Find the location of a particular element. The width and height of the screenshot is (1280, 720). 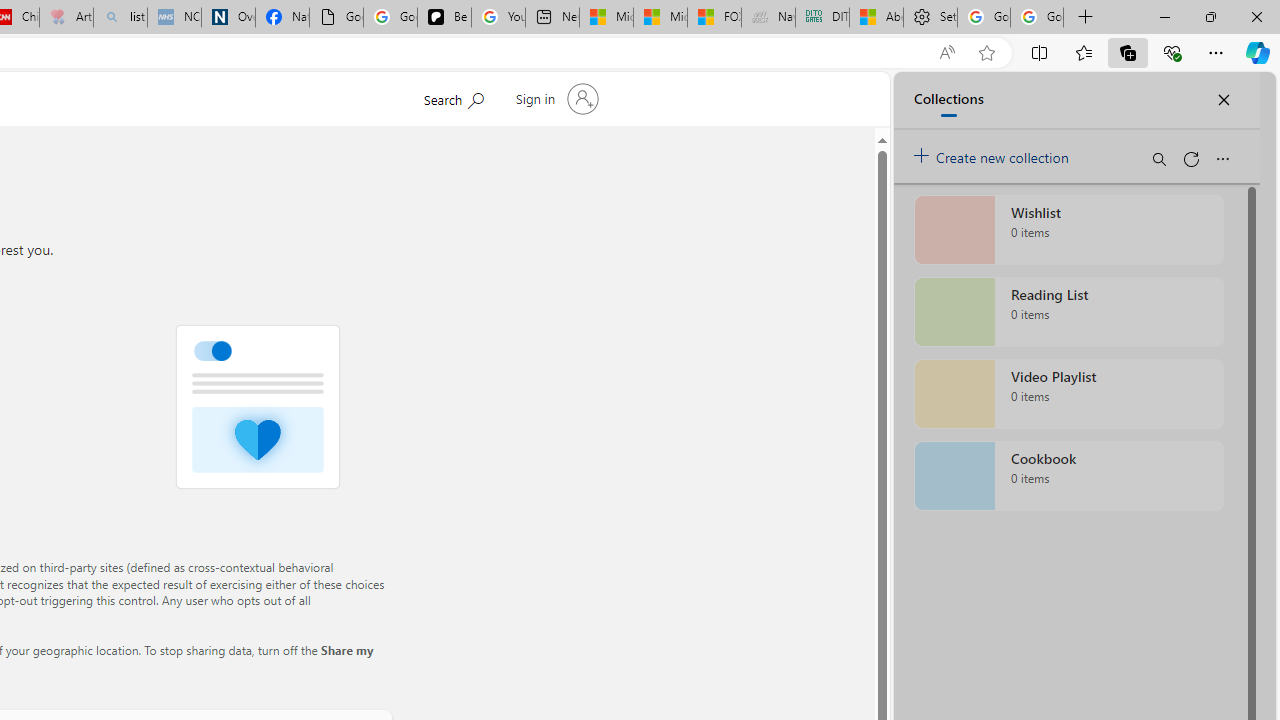

'Microsoft Start' is located at coordinates (660, 17).